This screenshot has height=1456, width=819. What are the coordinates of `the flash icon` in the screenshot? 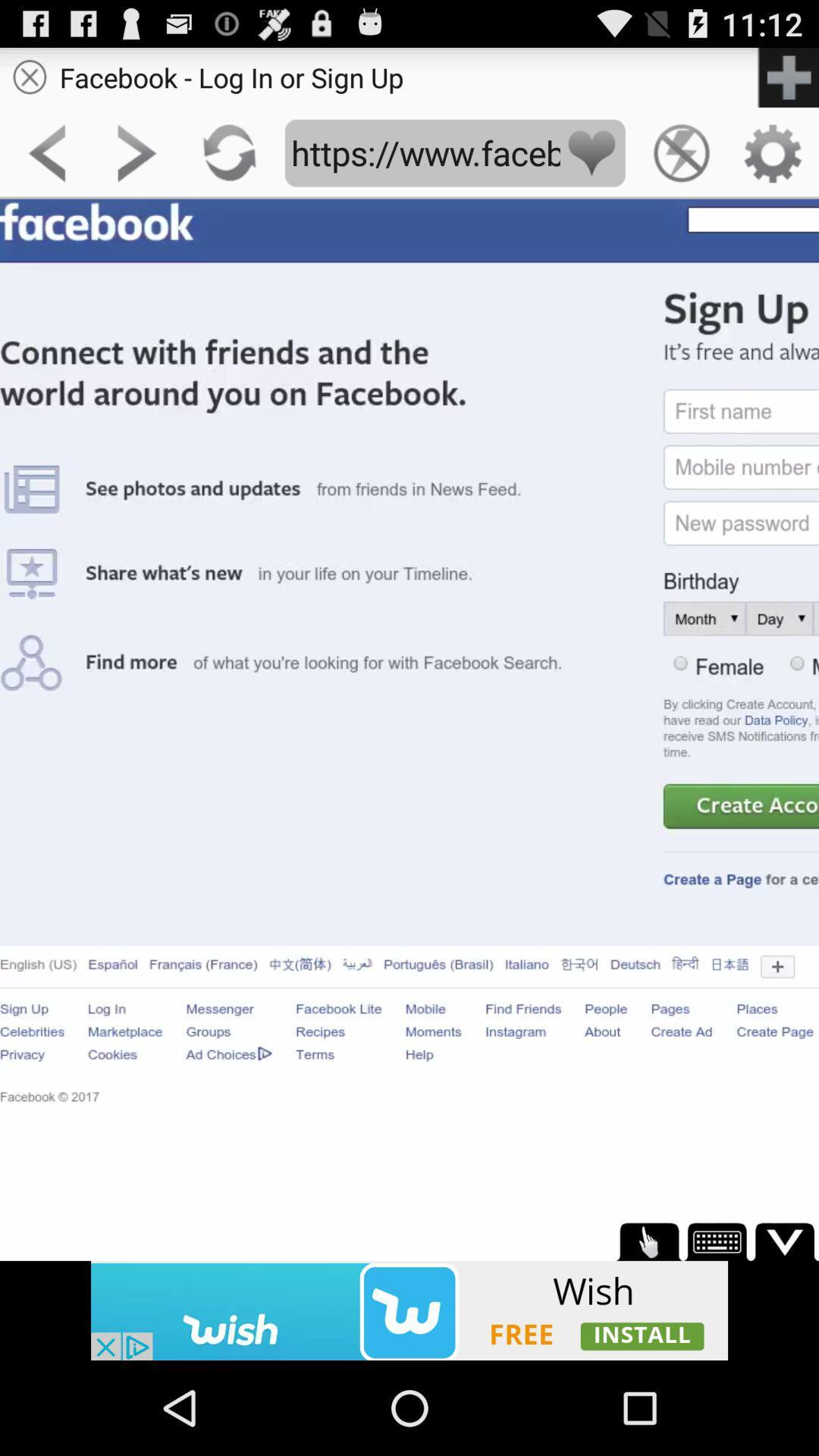 It's located at (680, 164).